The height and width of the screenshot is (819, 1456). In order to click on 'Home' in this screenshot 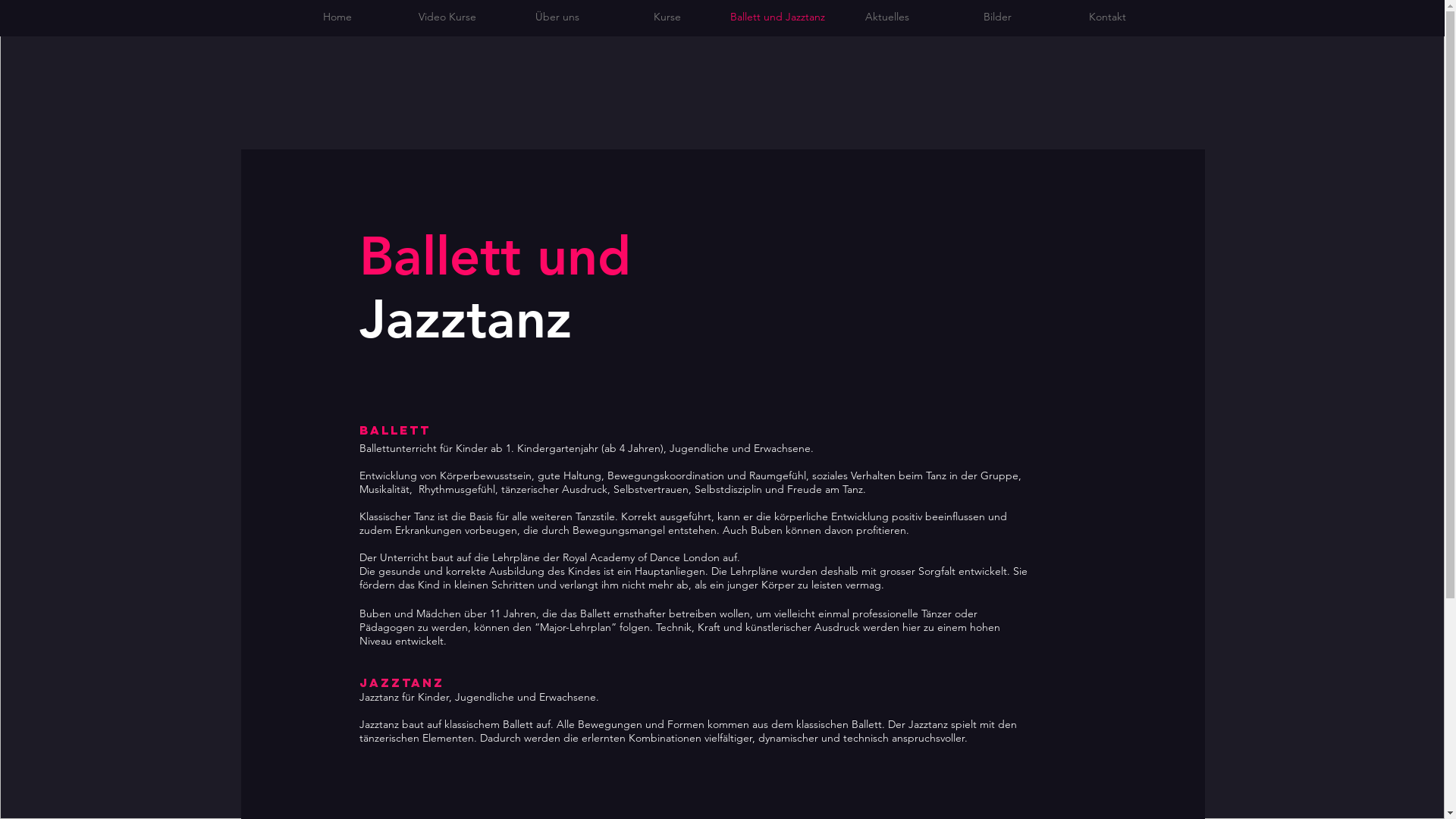, I will do `click(336, 17)`.